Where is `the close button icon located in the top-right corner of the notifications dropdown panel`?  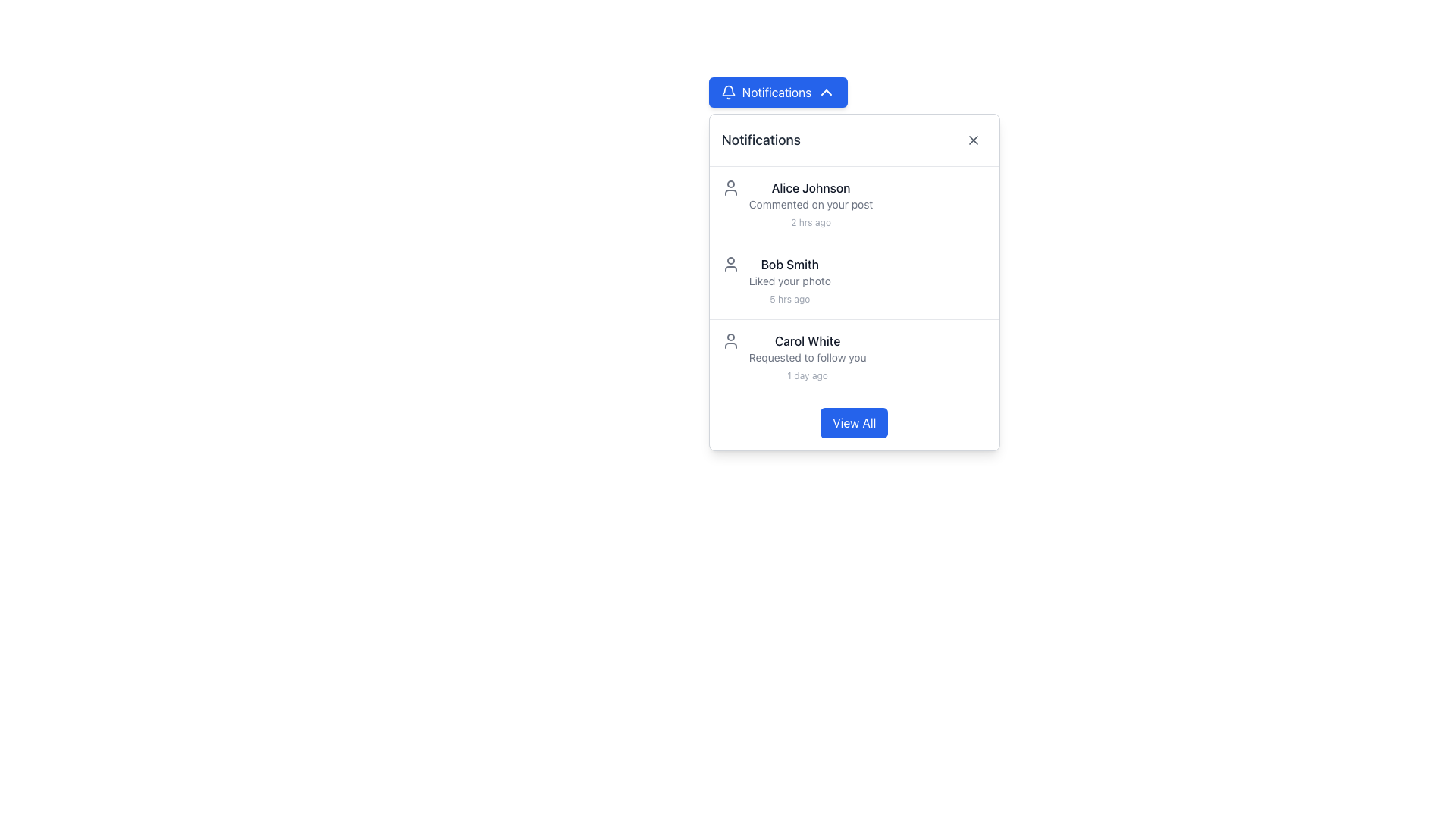 the close button icon located in the top-right corner of the notifications dropdown panel is located at coordinates (973, 140).